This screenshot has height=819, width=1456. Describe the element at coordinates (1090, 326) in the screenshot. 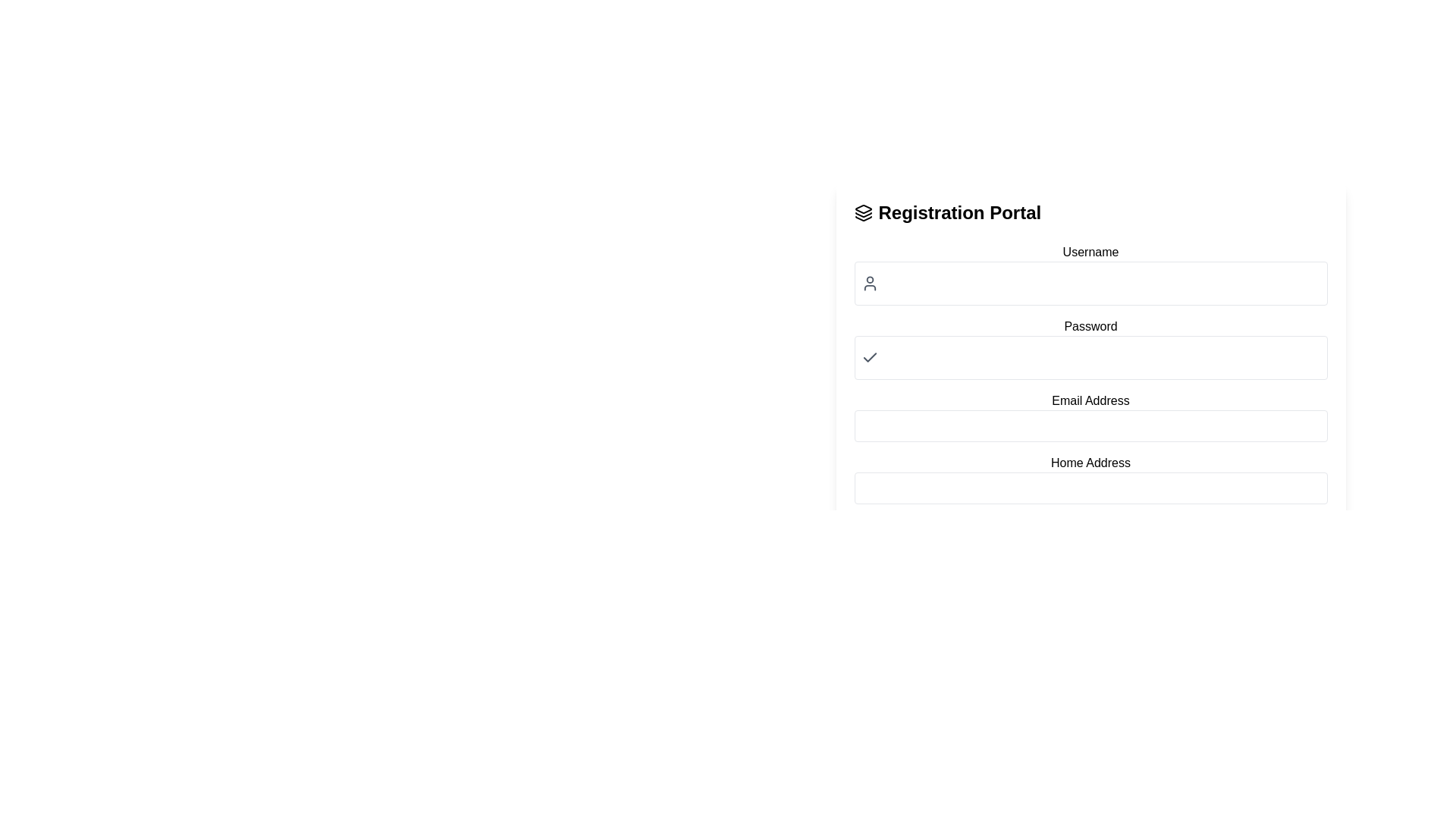

I see `the label that identifies the password input field to focus the associated input field` at that location.